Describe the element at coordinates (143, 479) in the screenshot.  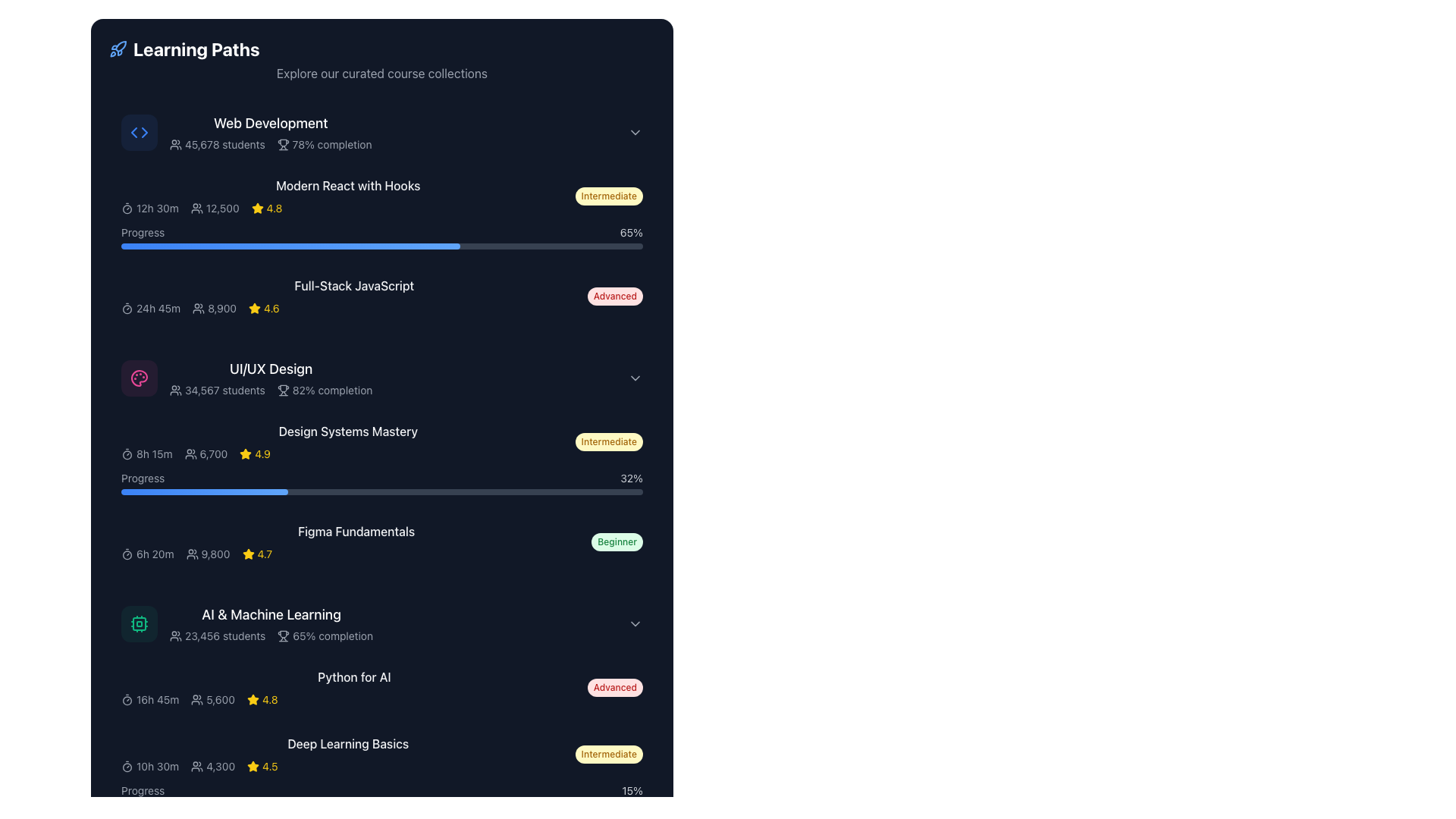
I see `the text label that indicates the progress of the progress bar beneath the 'Design Systems Mastery' course section` at that location.